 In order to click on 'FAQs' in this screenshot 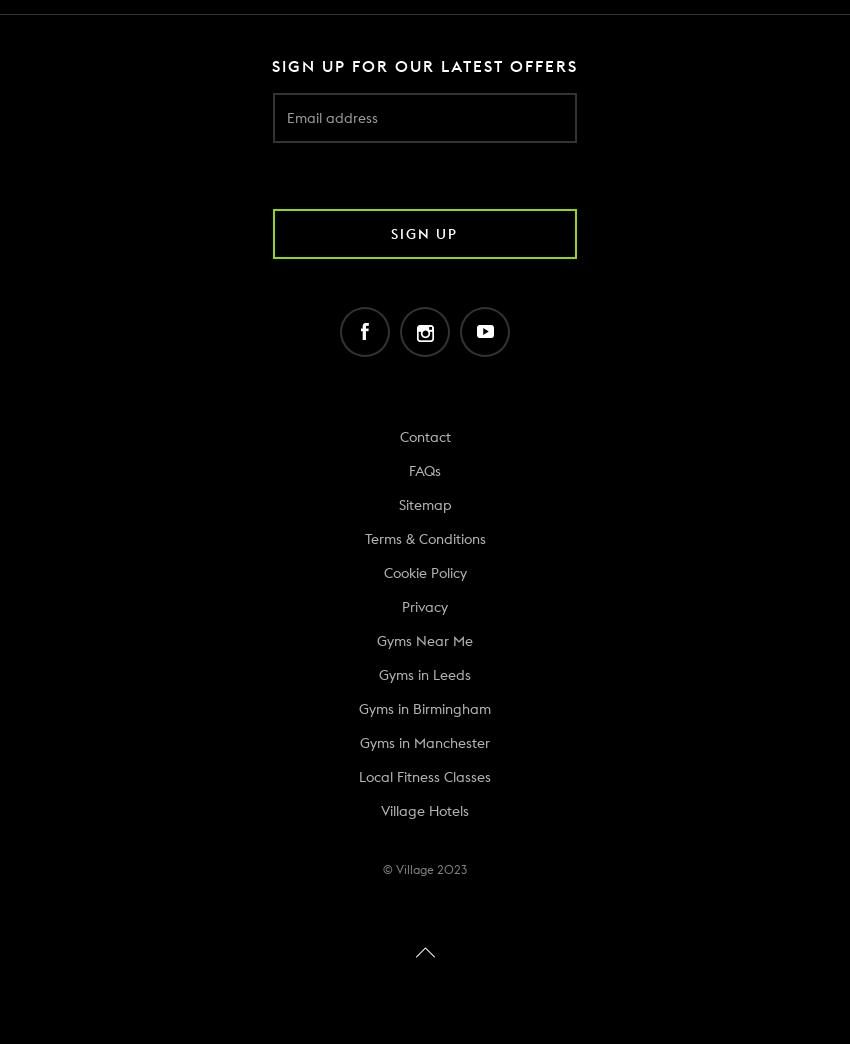, I will do `click(425, 470)`.